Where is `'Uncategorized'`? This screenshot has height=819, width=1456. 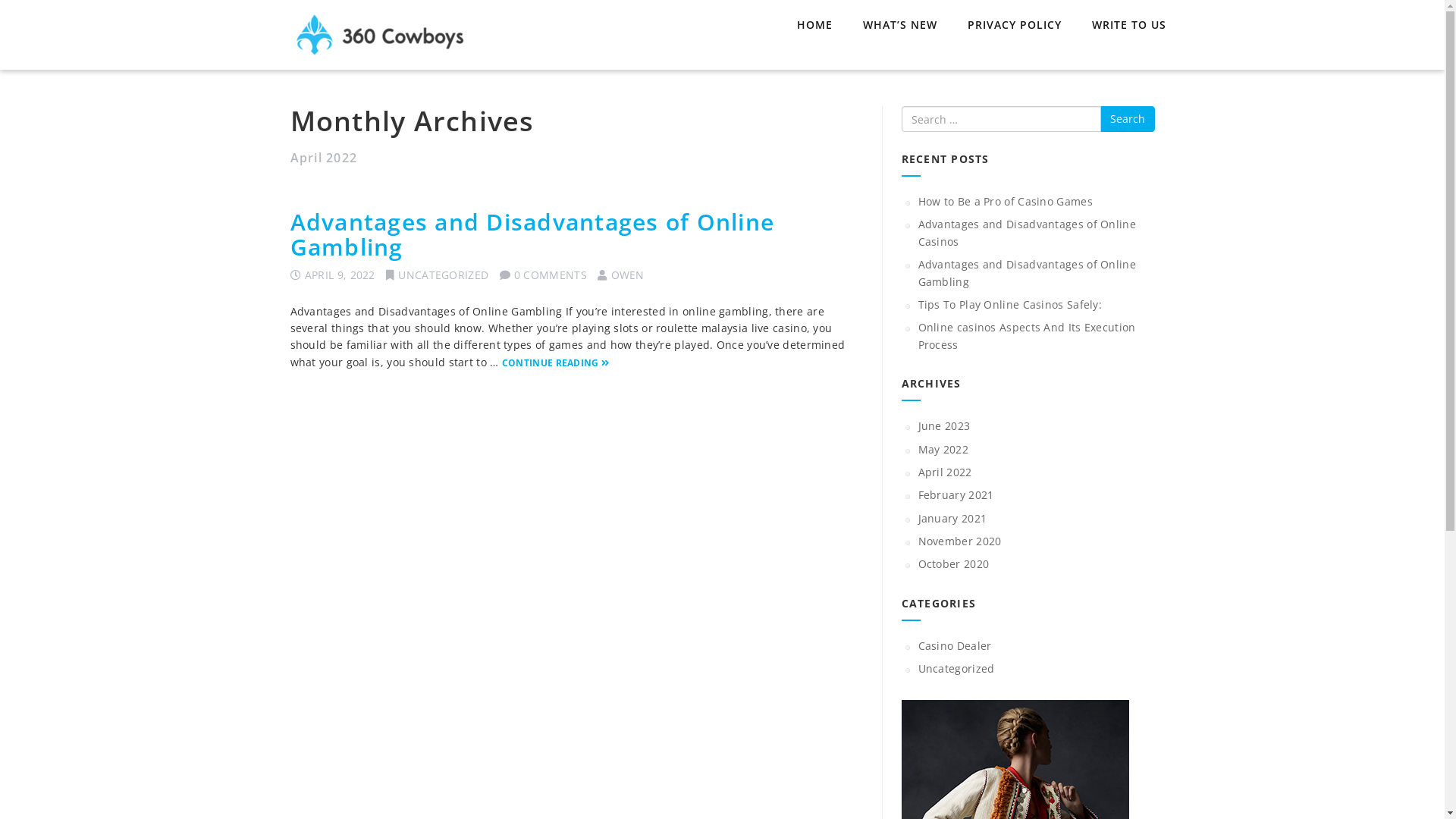
'Uncategorized' is located at coordinates (955, 667).